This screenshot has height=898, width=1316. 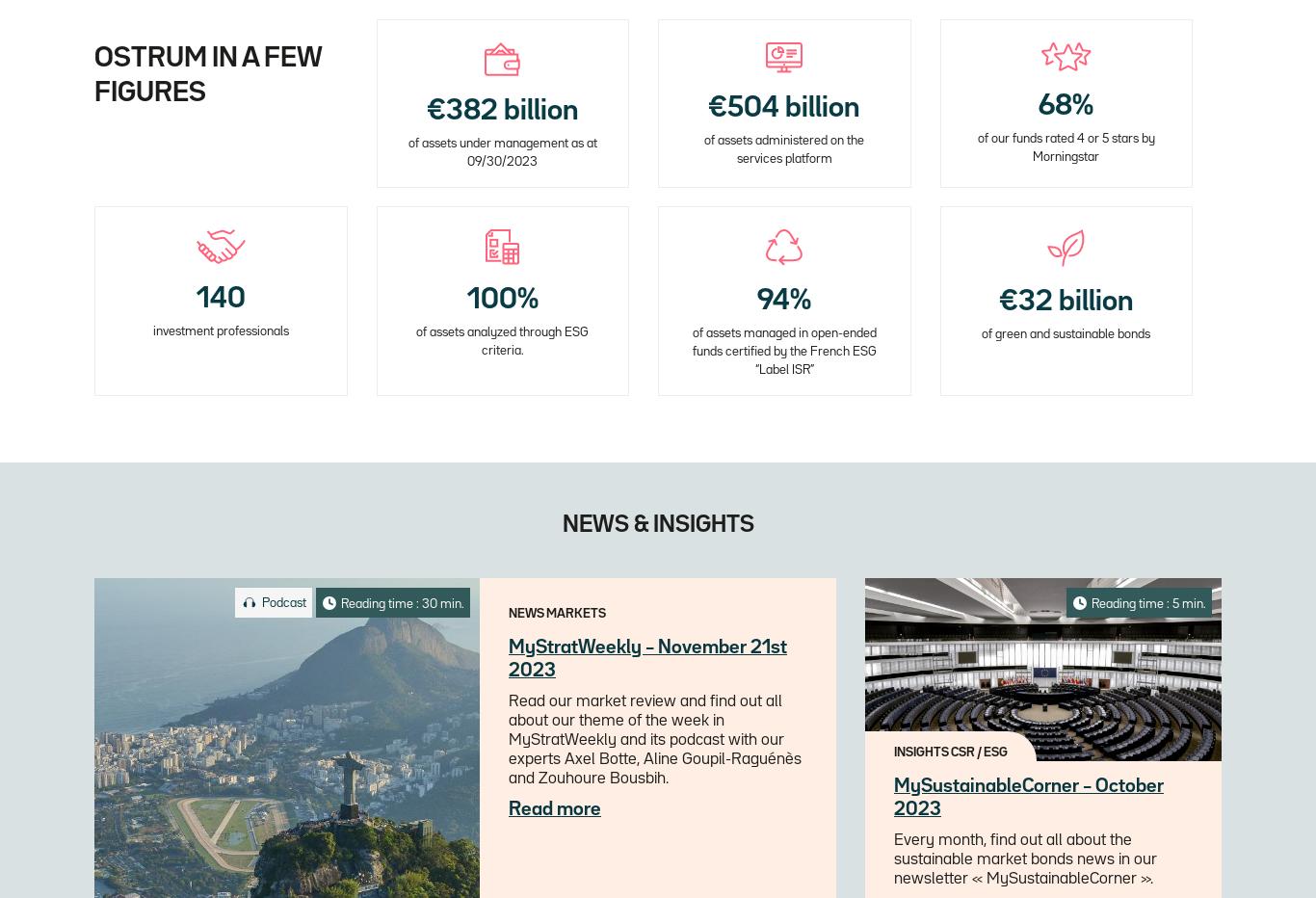 What do you see at coordinates (220, 436) in the screenshot?
I see `'including more than 90 PMs and structurers and 27 insurance management experts'` at bounding box center [220, 436].